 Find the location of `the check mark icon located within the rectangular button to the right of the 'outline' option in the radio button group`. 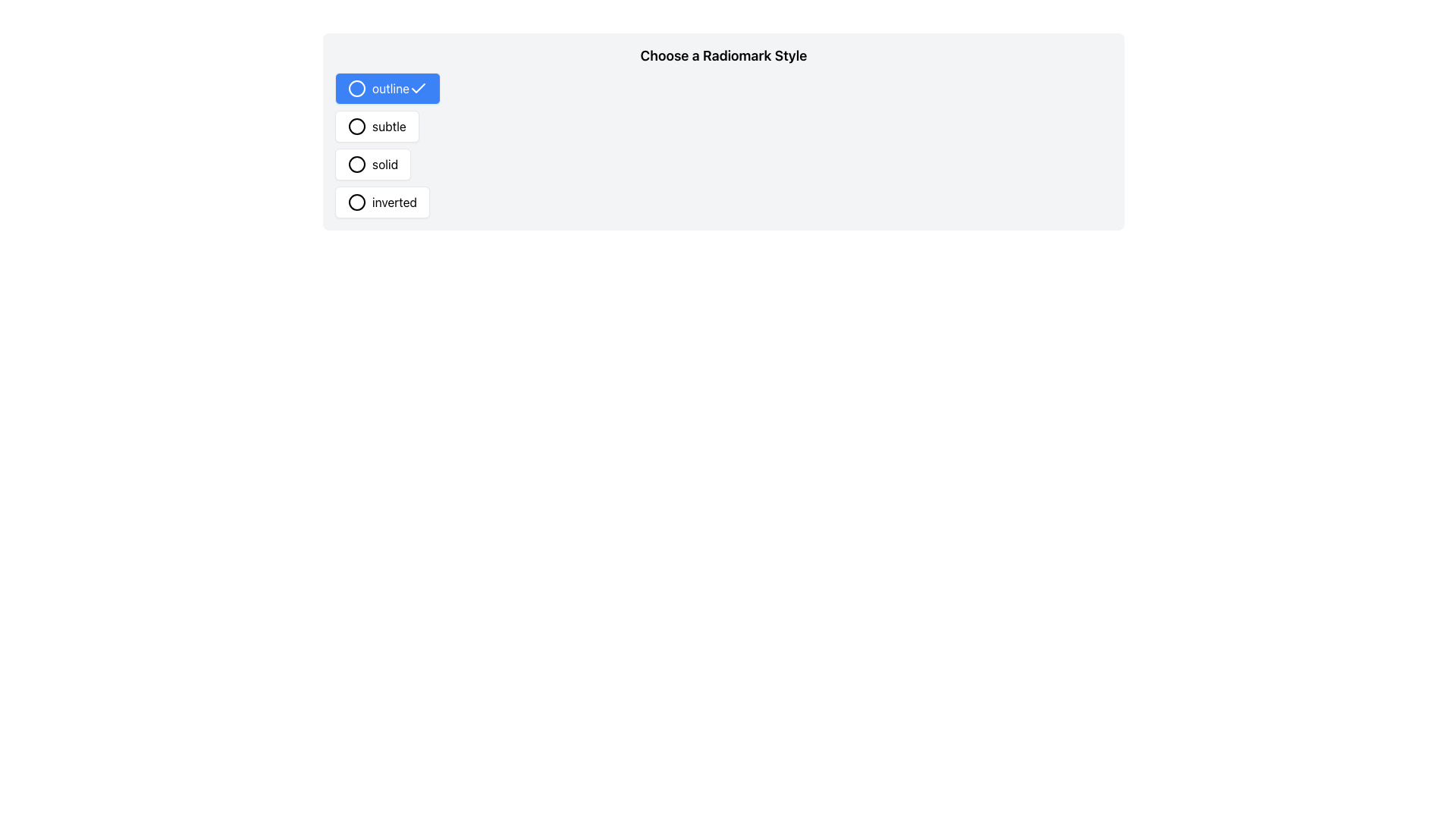

the check mark icon located within the rectangular button to the right of the 'outline' option in the radio button group is located at coordinates (418, 88).